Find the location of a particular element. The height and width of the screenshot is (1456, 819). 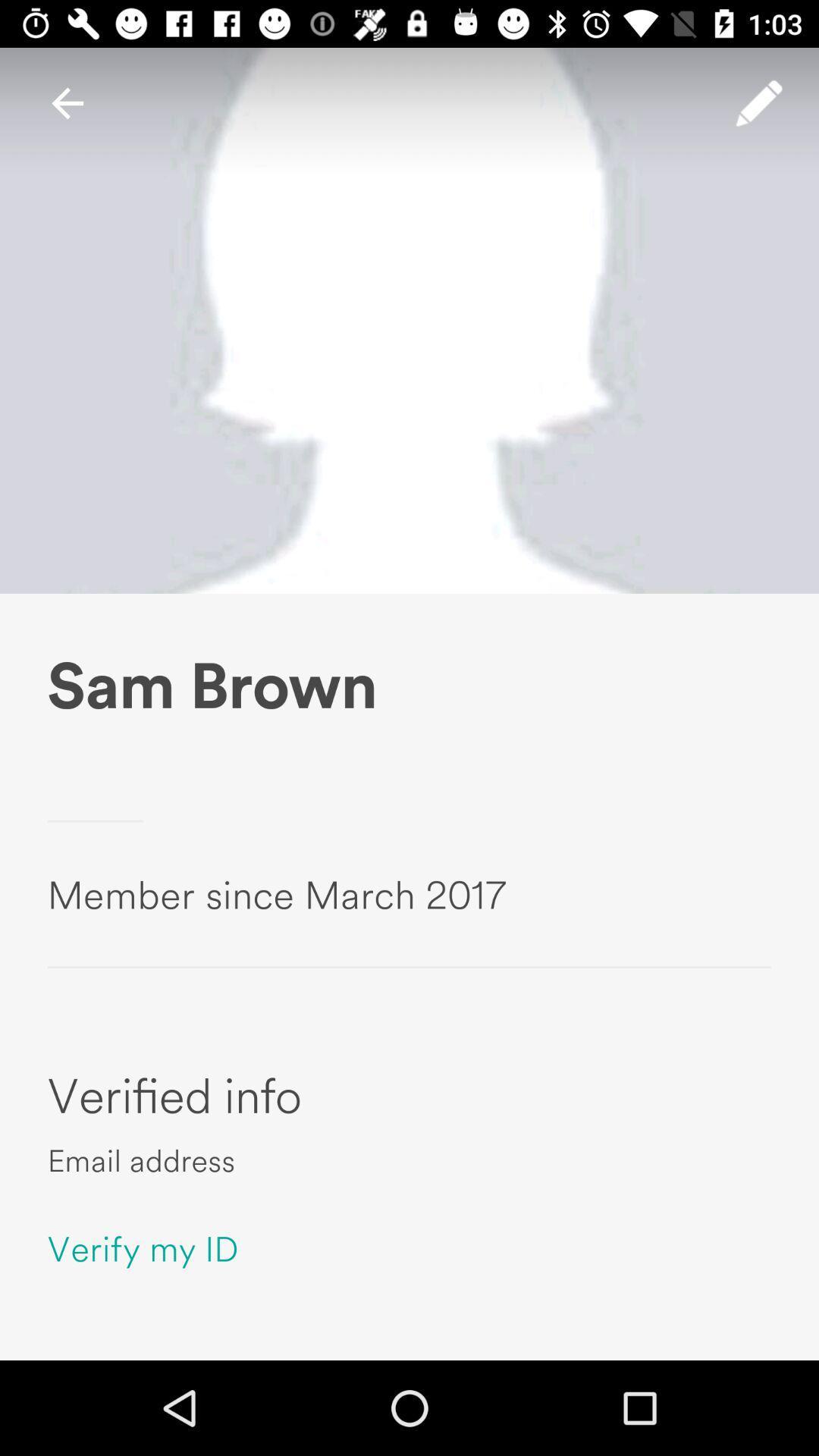

item at the top left corner is located at coordinates (67, 102).